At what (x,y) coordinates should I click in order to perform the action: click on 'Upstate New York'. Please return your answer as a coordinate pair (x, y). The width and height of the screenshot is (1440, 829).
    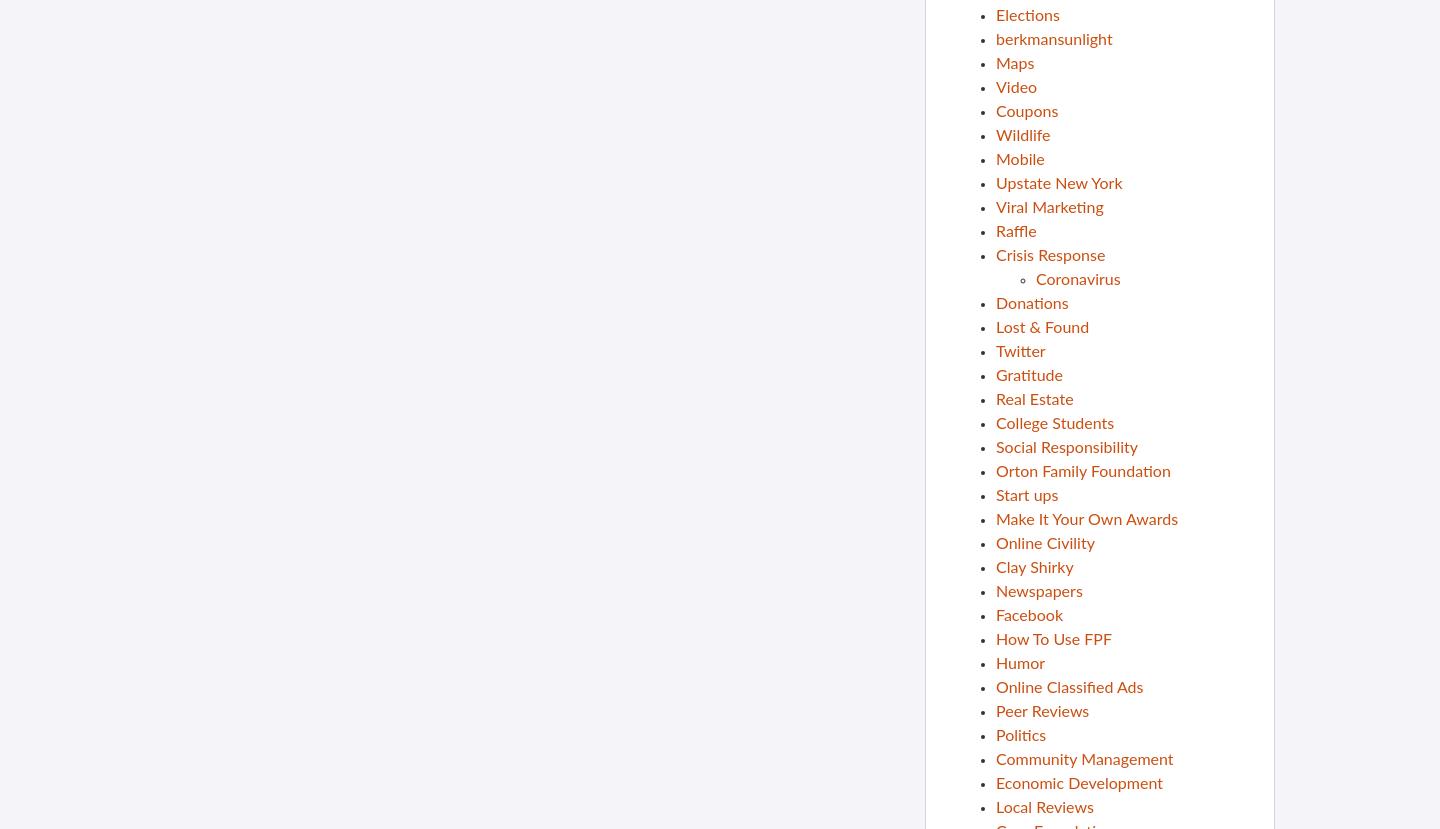
    Looking at the image, I should click on (1058, 182).